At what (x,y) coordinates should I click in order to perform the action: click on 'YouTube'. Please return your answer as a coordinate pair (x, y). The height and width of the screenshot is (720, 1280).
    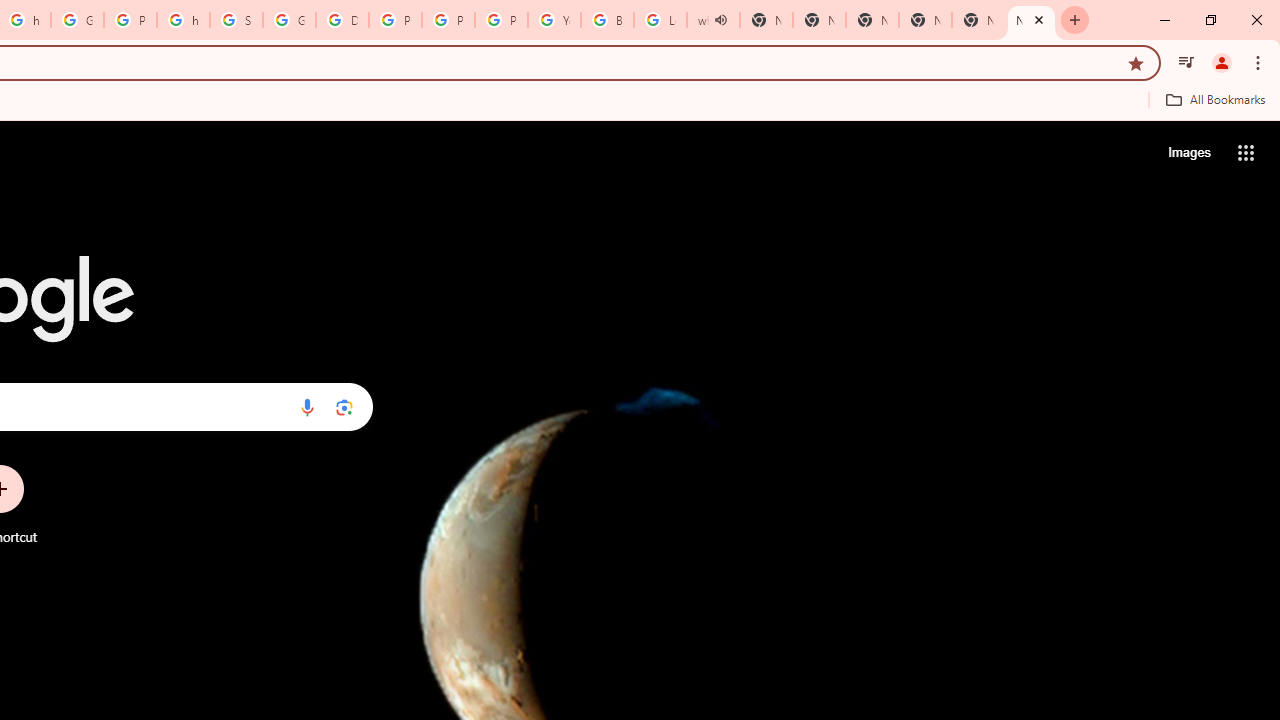
    Looking at the image, I should click on (554, 20).